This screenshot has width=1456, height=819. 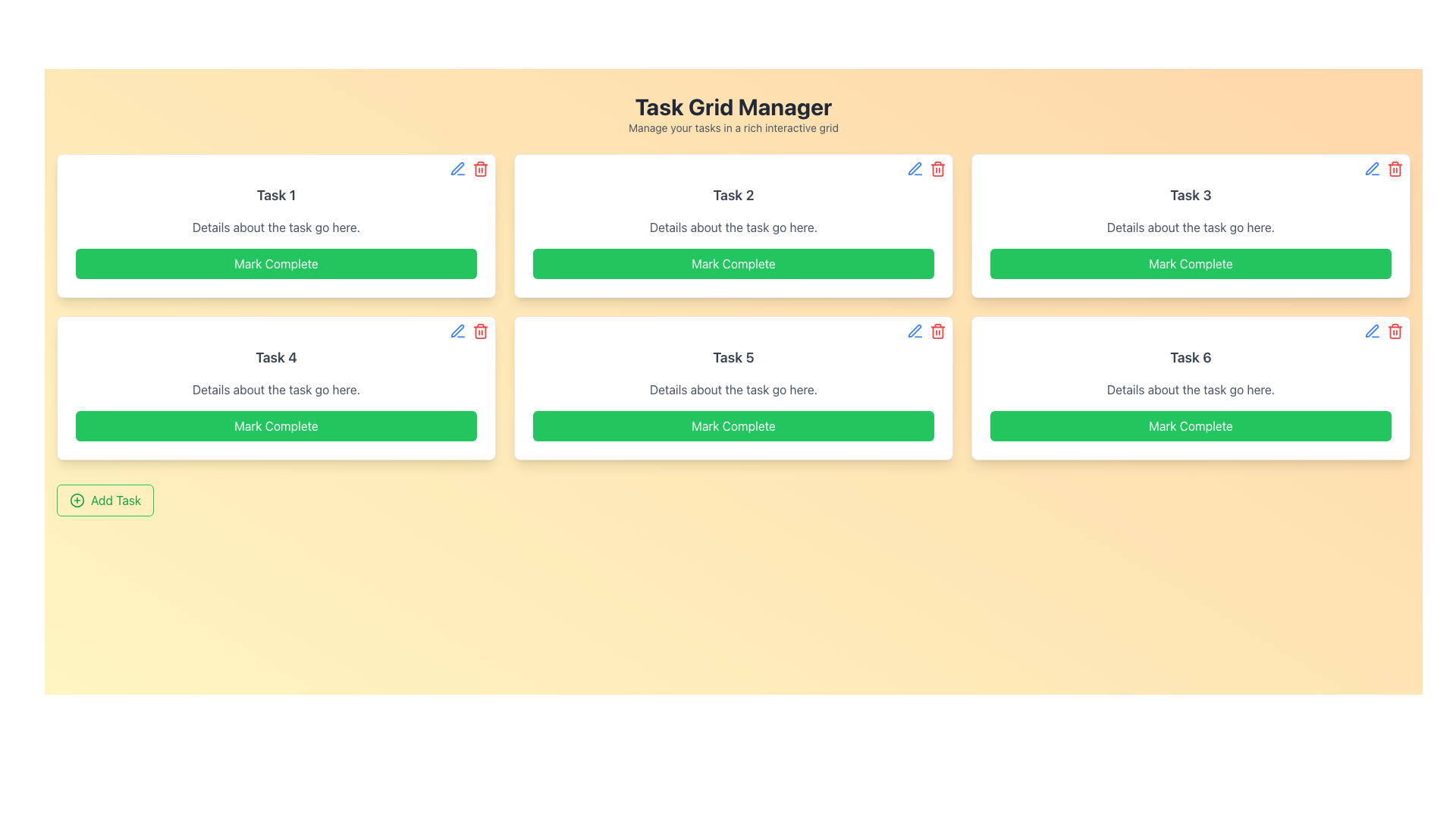 What do you see at coordinates (276, 426) in the screenshot?
I see `the 'Mark Complete' button with a green background and white text` at bounding box center [276, 426].